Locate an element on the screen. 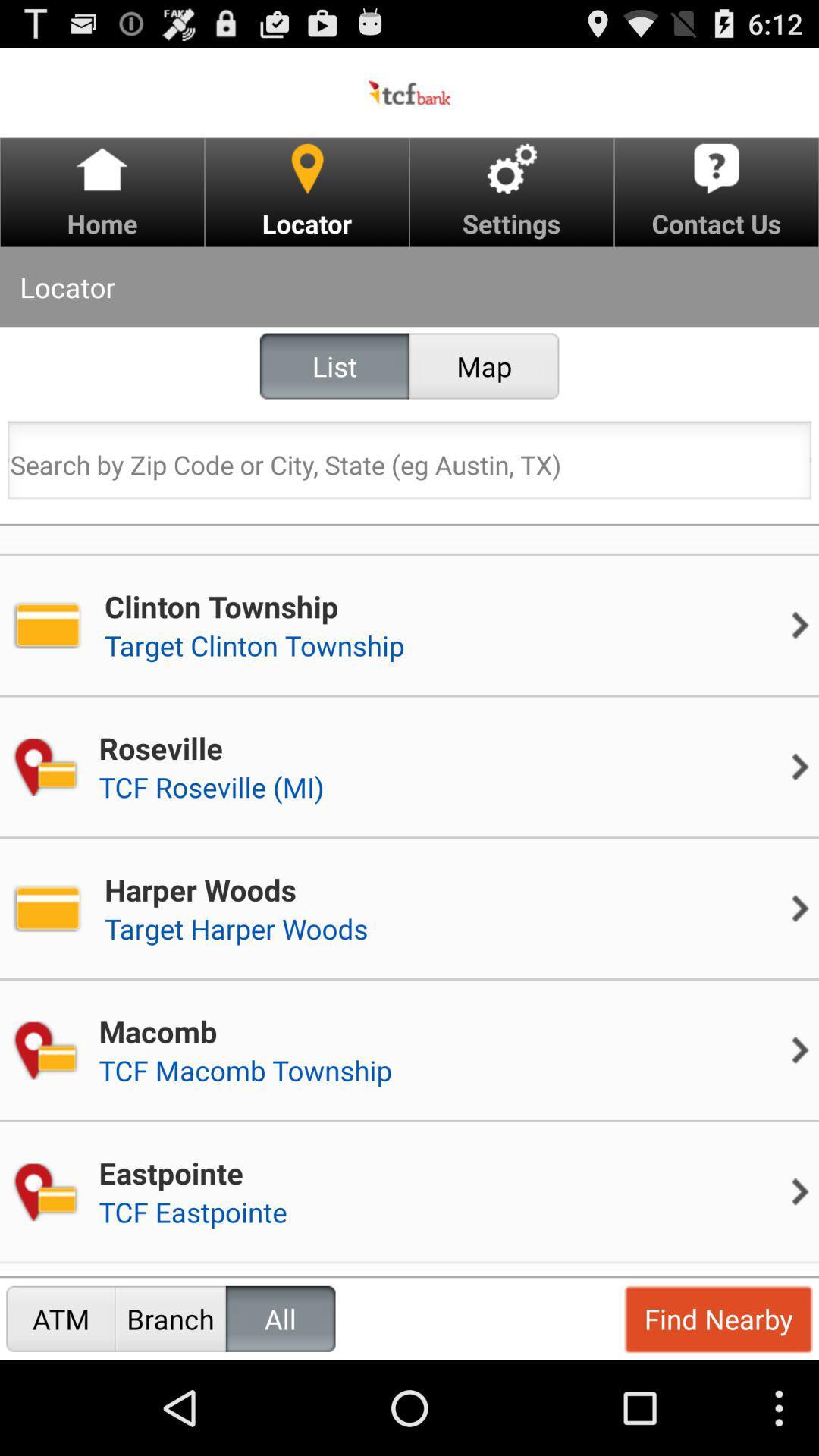 This screenshot has height=1456, width=819. item next to the branch is located at coordinates (60, 1318).